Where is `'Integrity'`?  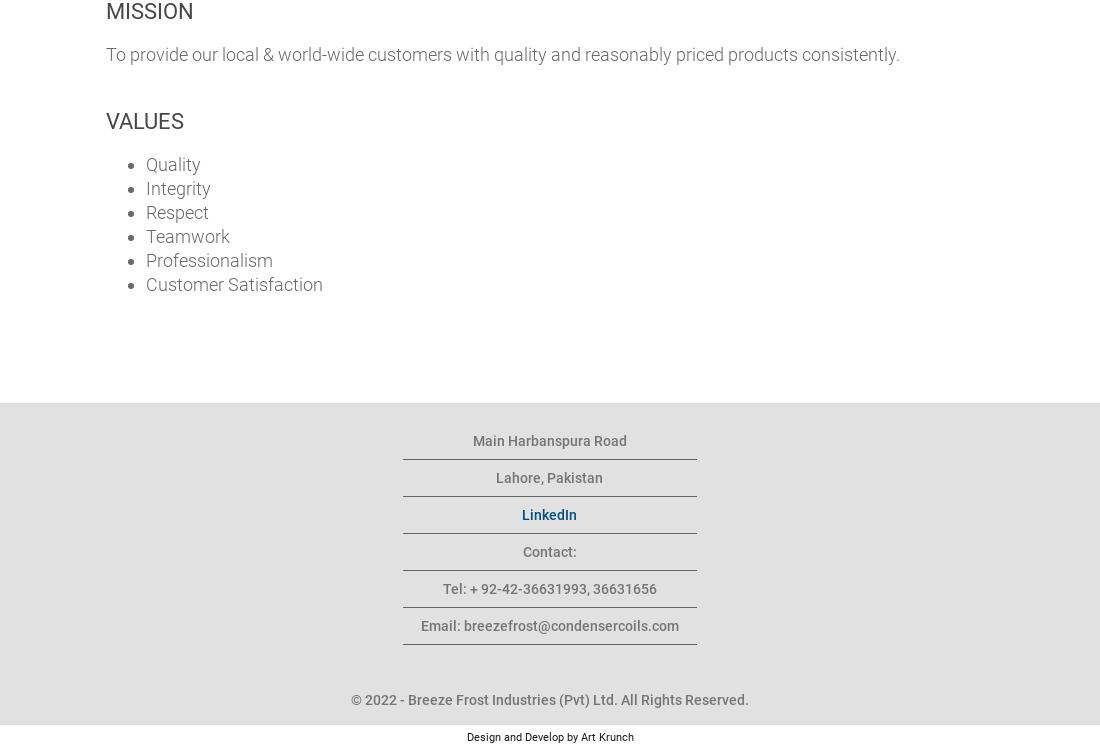 'Integrity' is located at coordinates (177, 188).